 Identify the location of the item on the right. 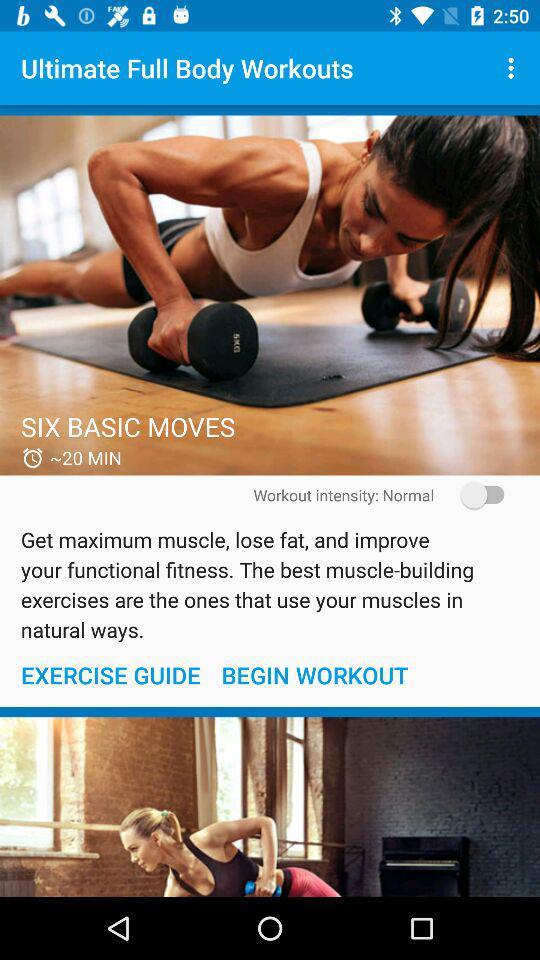
(475, 494).